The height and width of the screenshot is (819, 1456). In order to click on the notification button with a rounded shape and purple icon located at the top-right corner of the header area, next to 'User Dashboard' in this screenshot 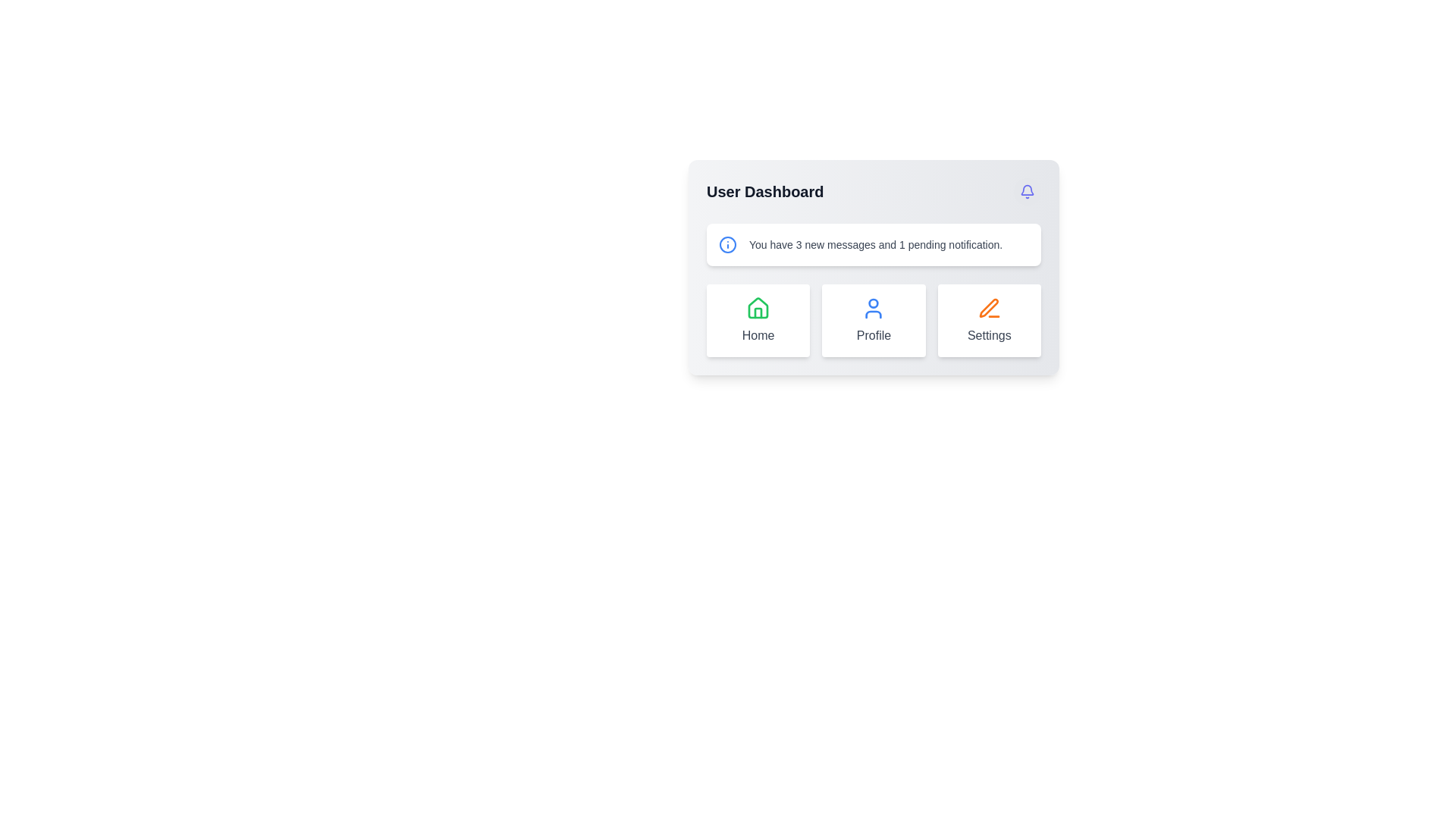, I will do `click(1027, 191)`.